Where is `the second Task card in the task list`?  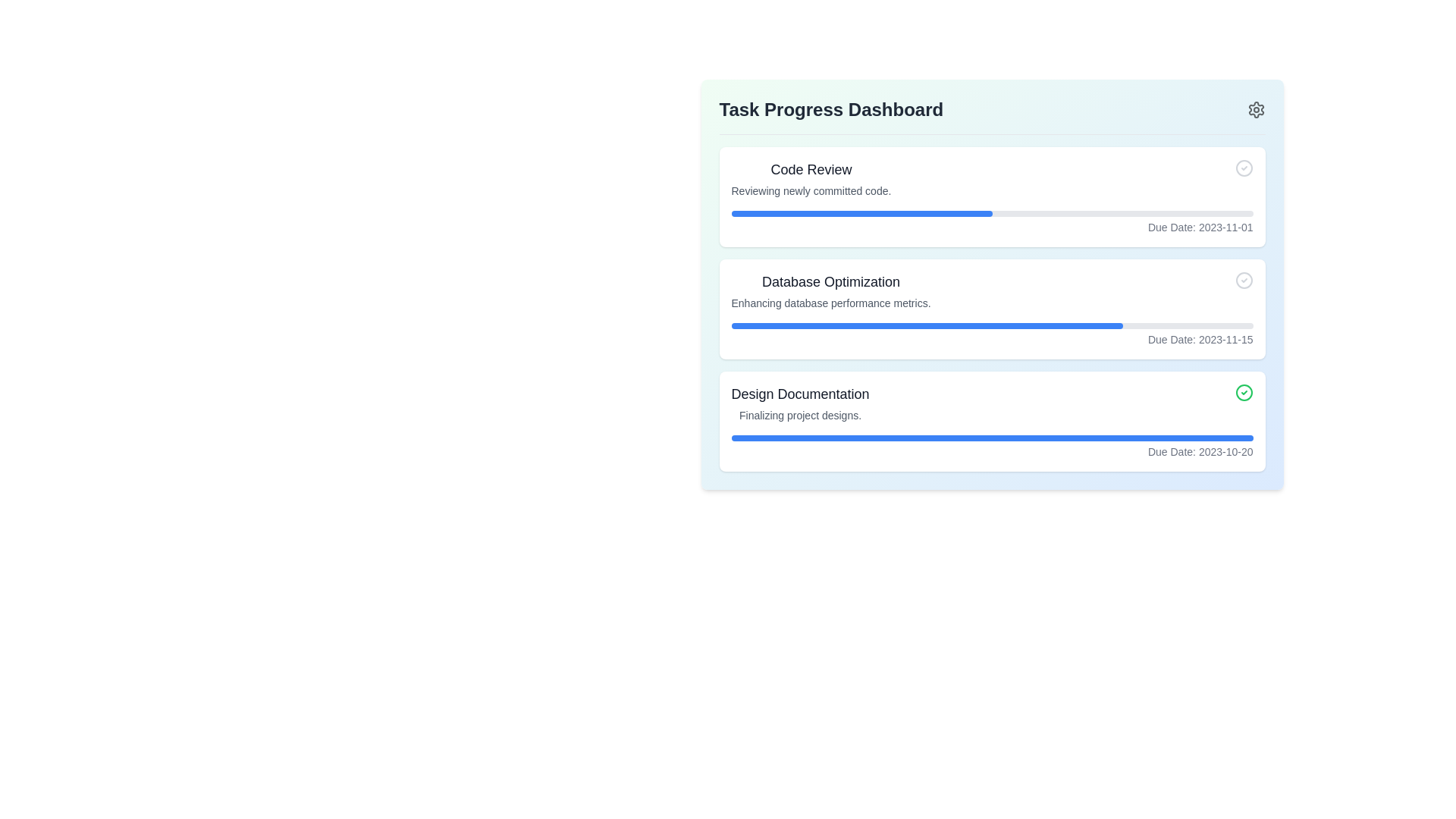
the second Task card in the task list is located at coordinates (992, 309).